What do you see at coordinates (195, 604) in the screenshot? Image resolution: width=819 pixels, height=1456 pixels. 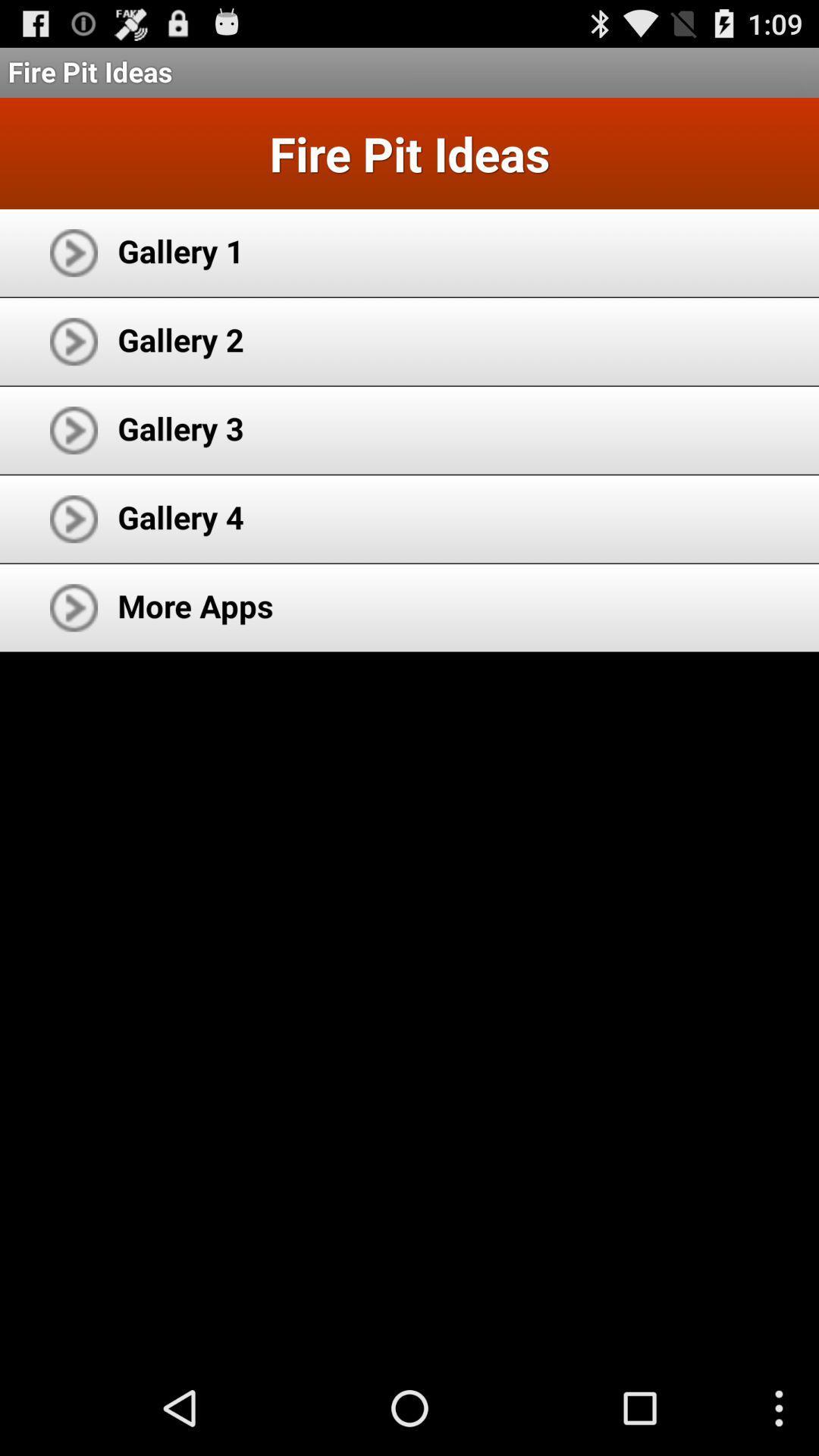 I see `more apps item` at bounding box center [195, 604].